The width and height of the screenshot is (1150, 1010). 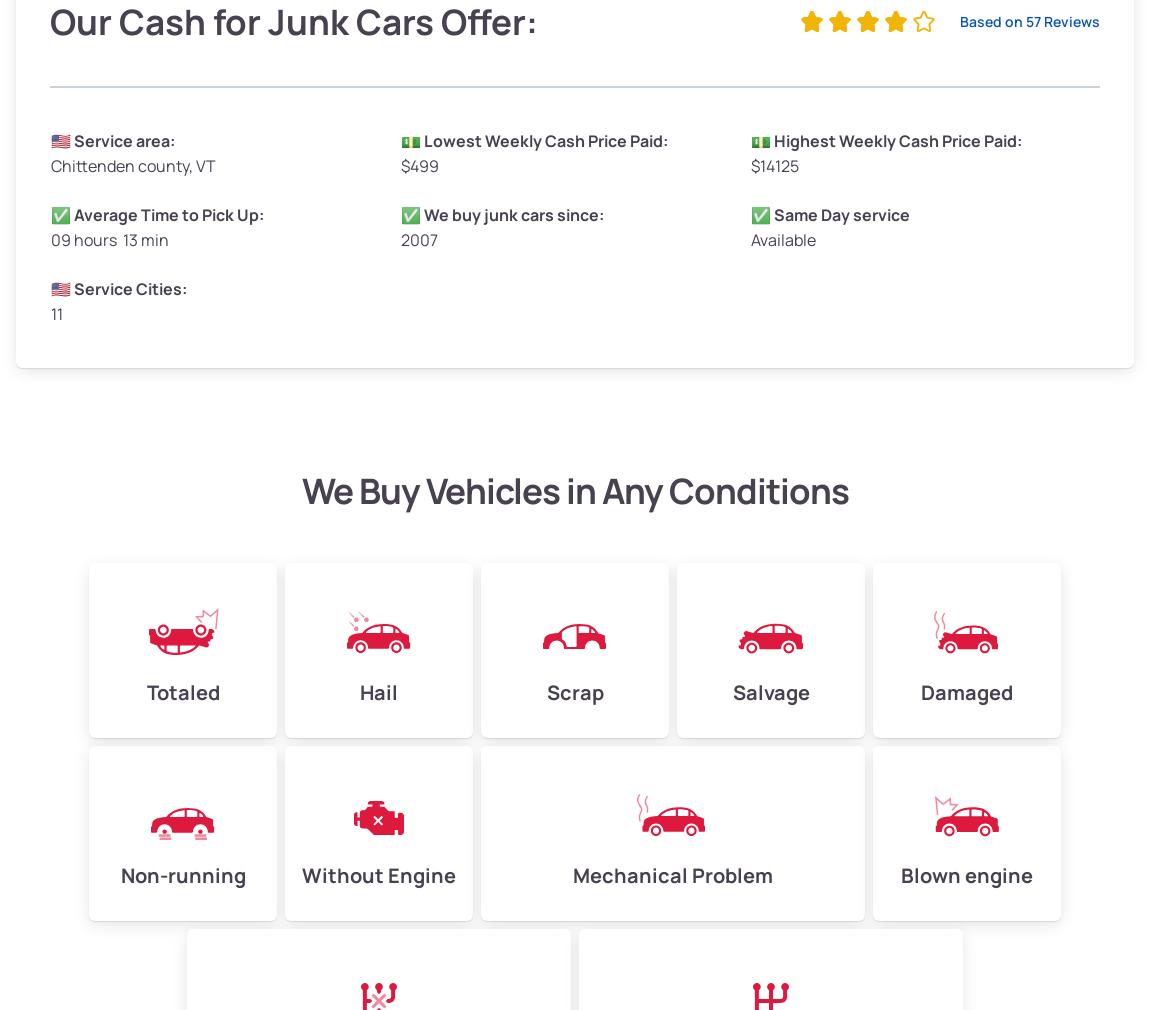 I want to click on 'Without Engine', so click(x=379, y=875).